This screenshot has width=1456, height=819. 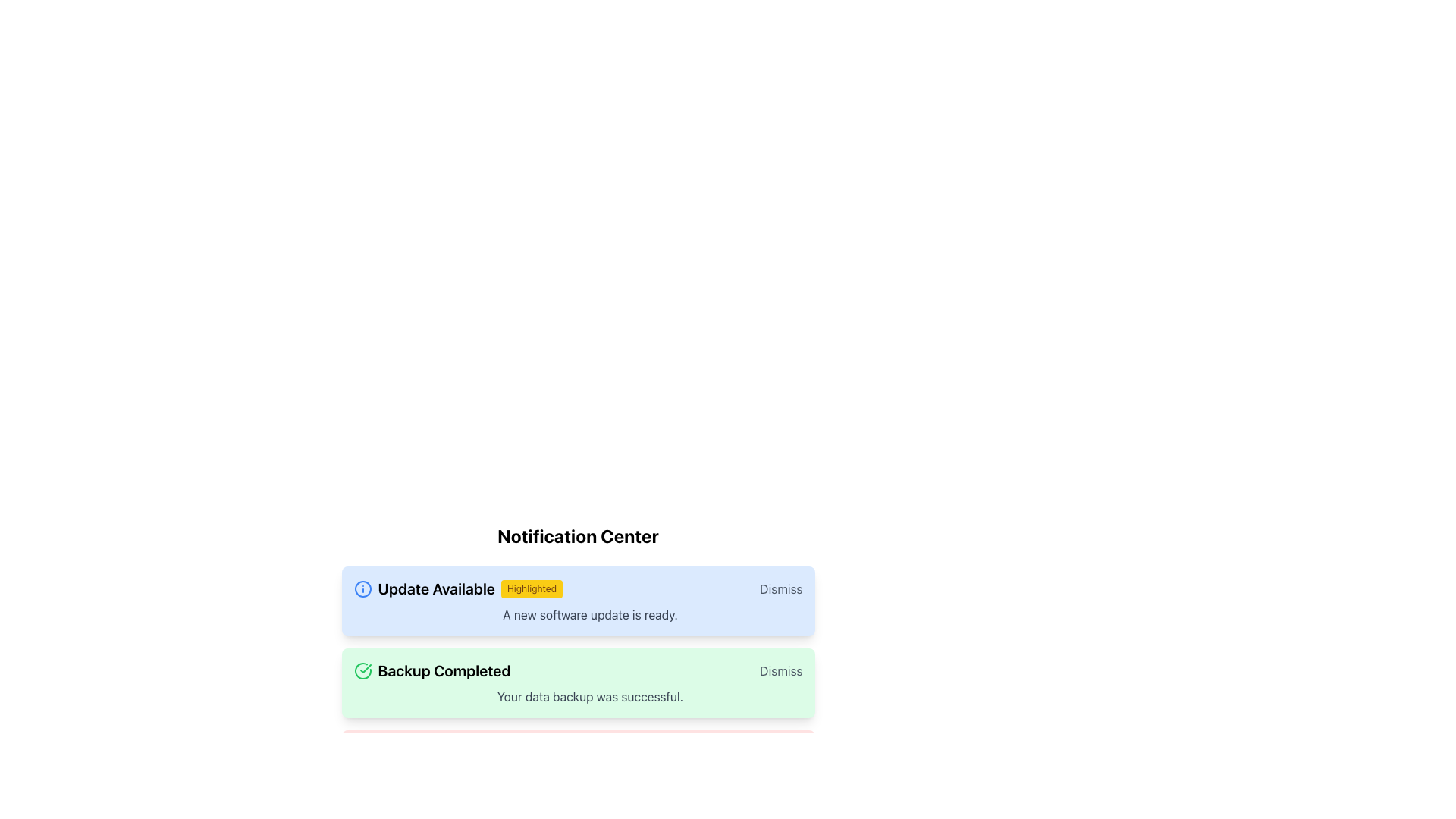 I want to click on the first notification card in the 'Notification Center', located directly under the title 'Notification Center', so click(x=577, y=609).